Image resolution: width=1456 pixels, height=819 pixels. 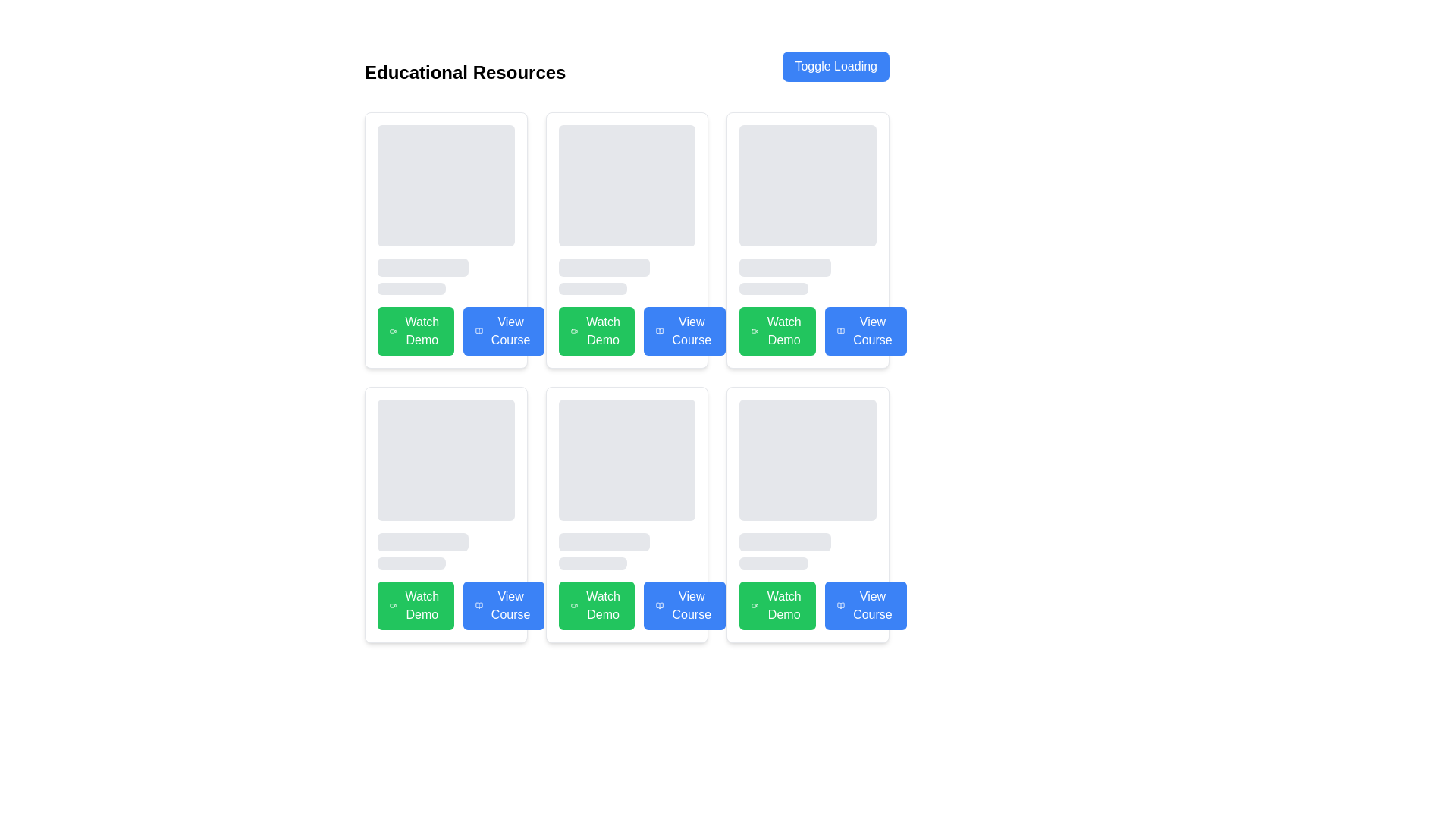 I want to click on the open book icon that is located at the leftmost part of the blue 'View Course' button in the bottom-right corner of the grid layout, so click(x=840, y=604).